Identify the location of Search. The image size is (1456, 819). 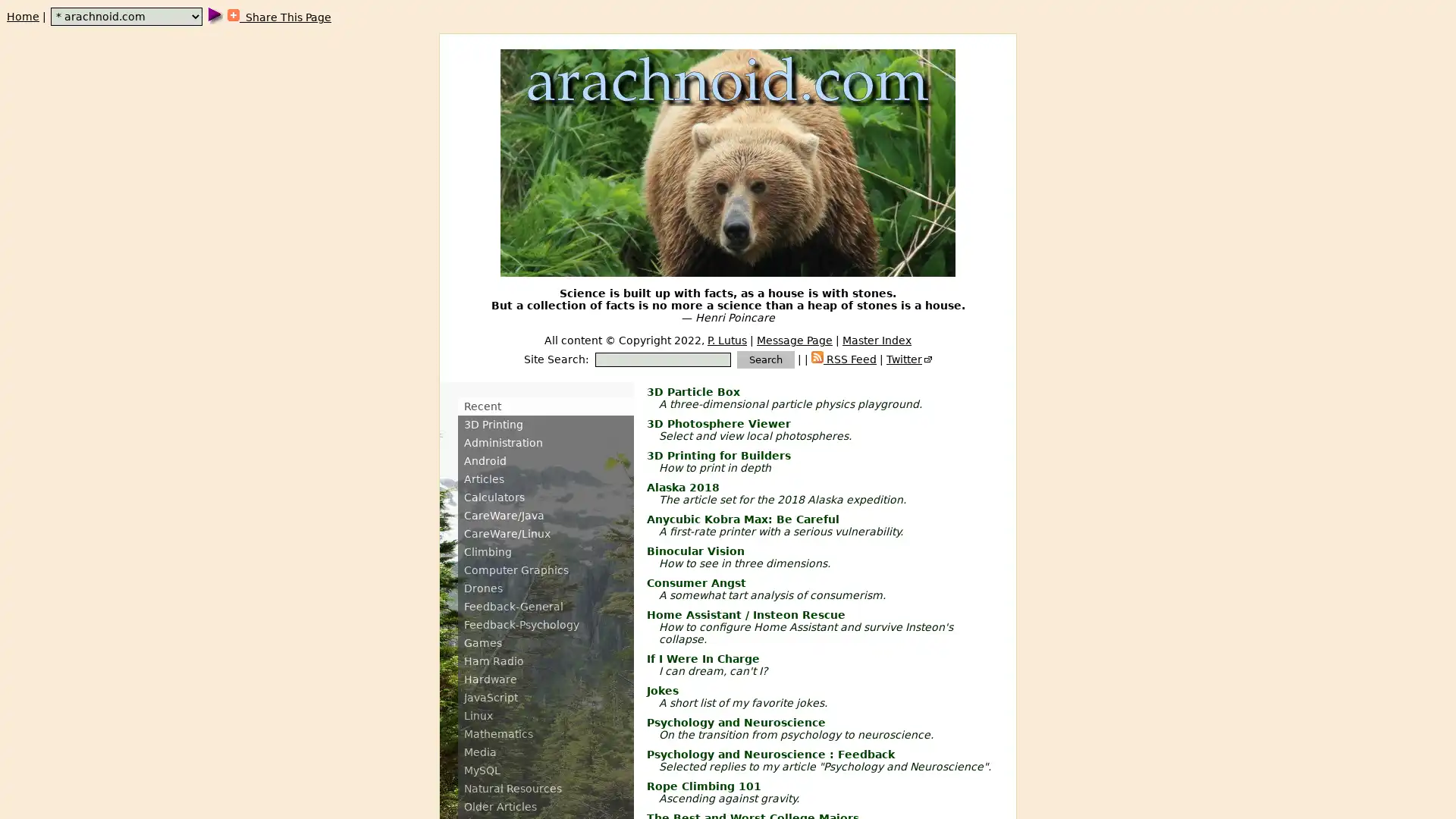
(765, 359).